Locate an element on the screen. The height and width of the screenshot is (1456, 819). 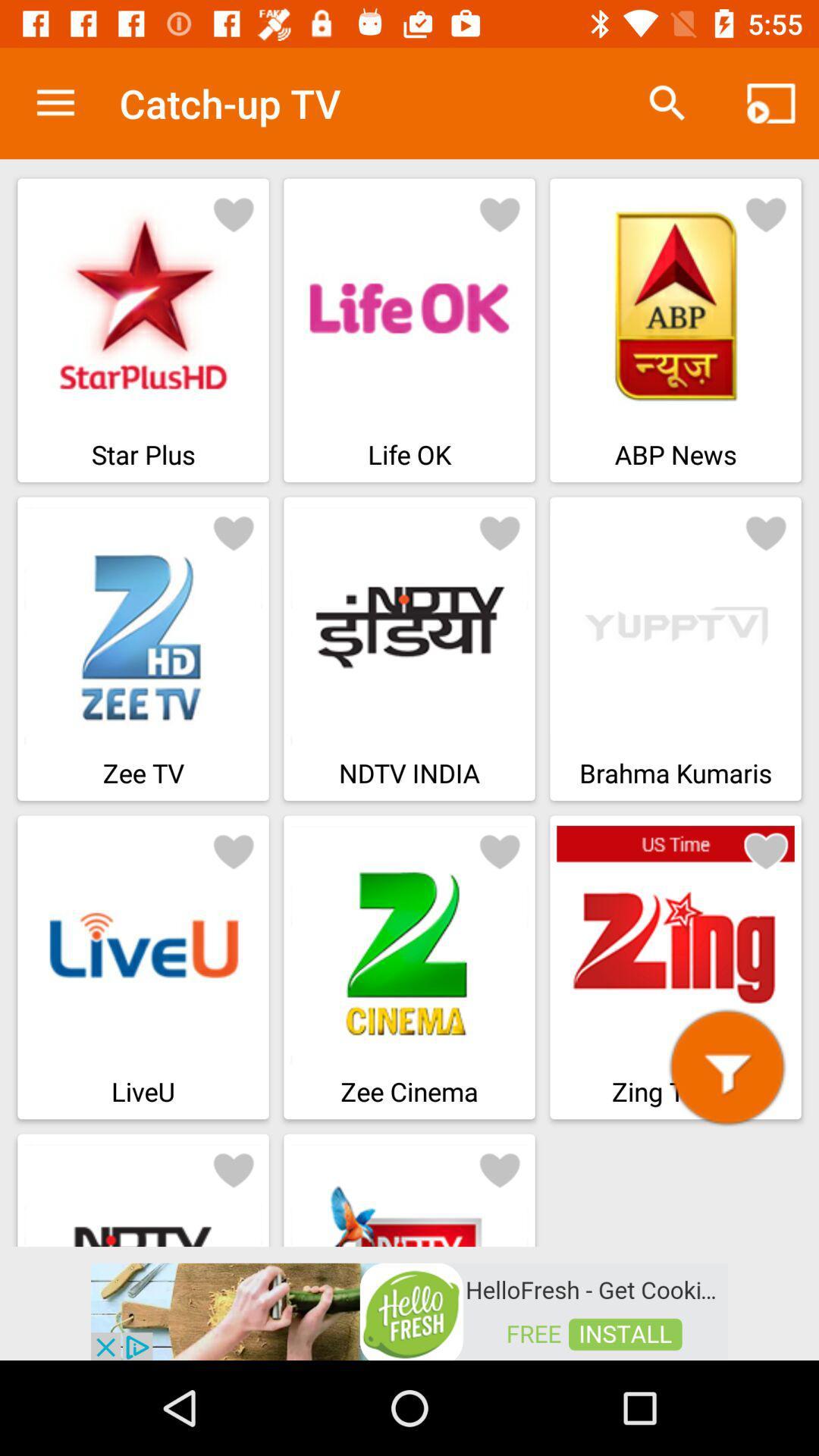
like option is located at coordinates (500, 1168).